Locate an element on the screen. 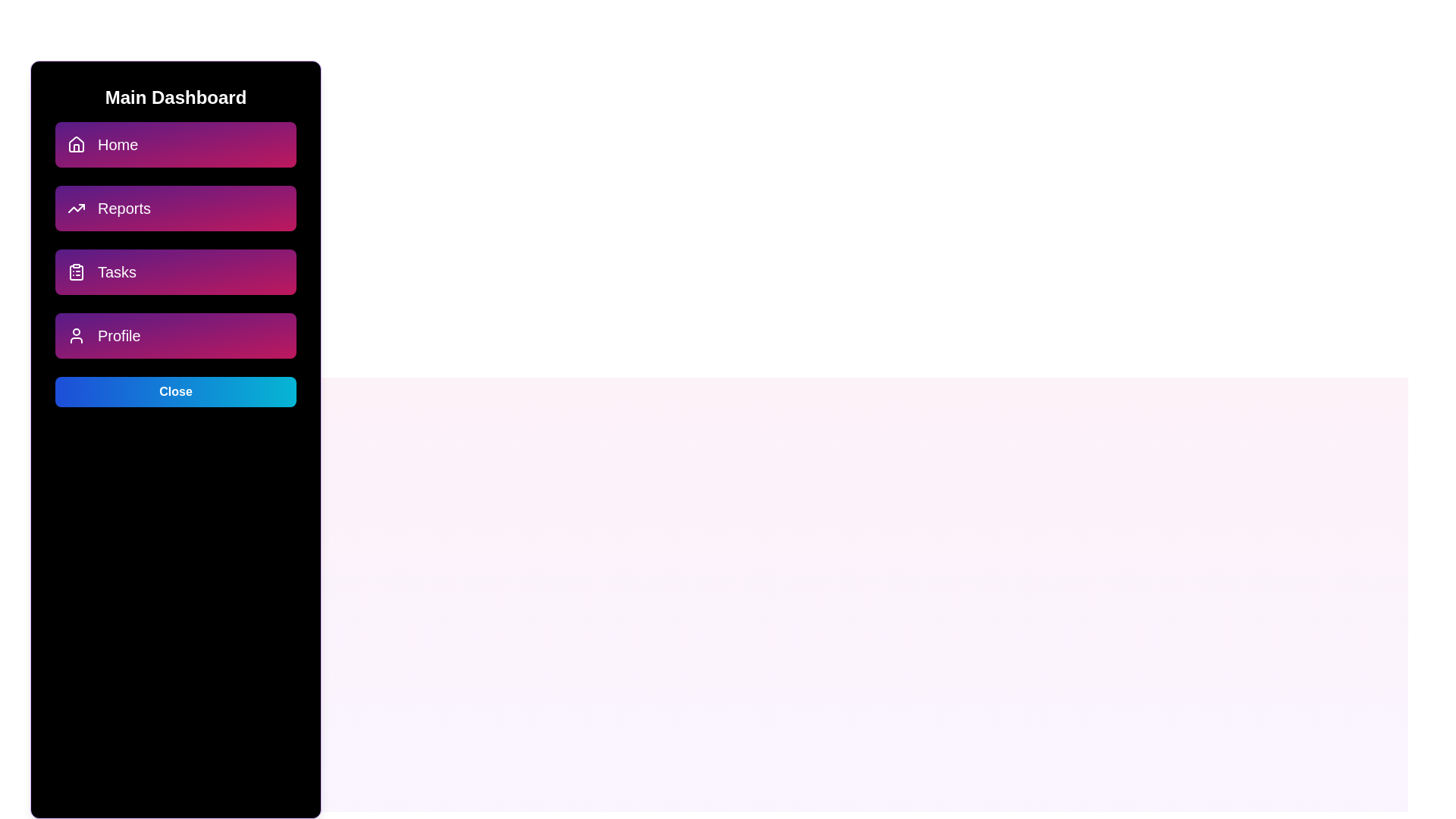 Image resolution: width=1456 pixels, height=819 pixels. the close button to close the menu is located at coordinates (175, 391).